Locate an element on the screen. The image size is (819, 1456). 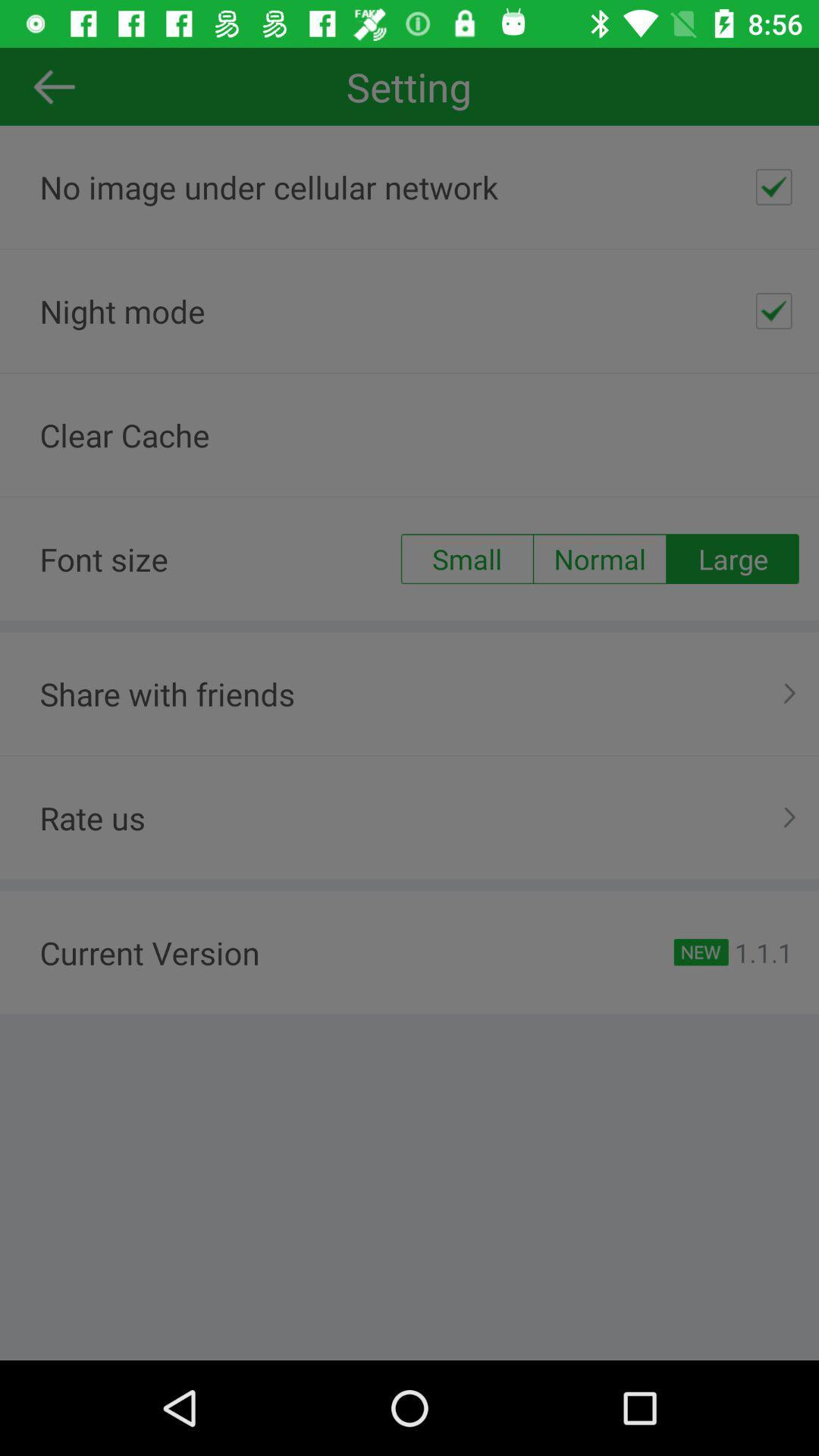
the item below the clear cache app is located at coordinates (732, 558).